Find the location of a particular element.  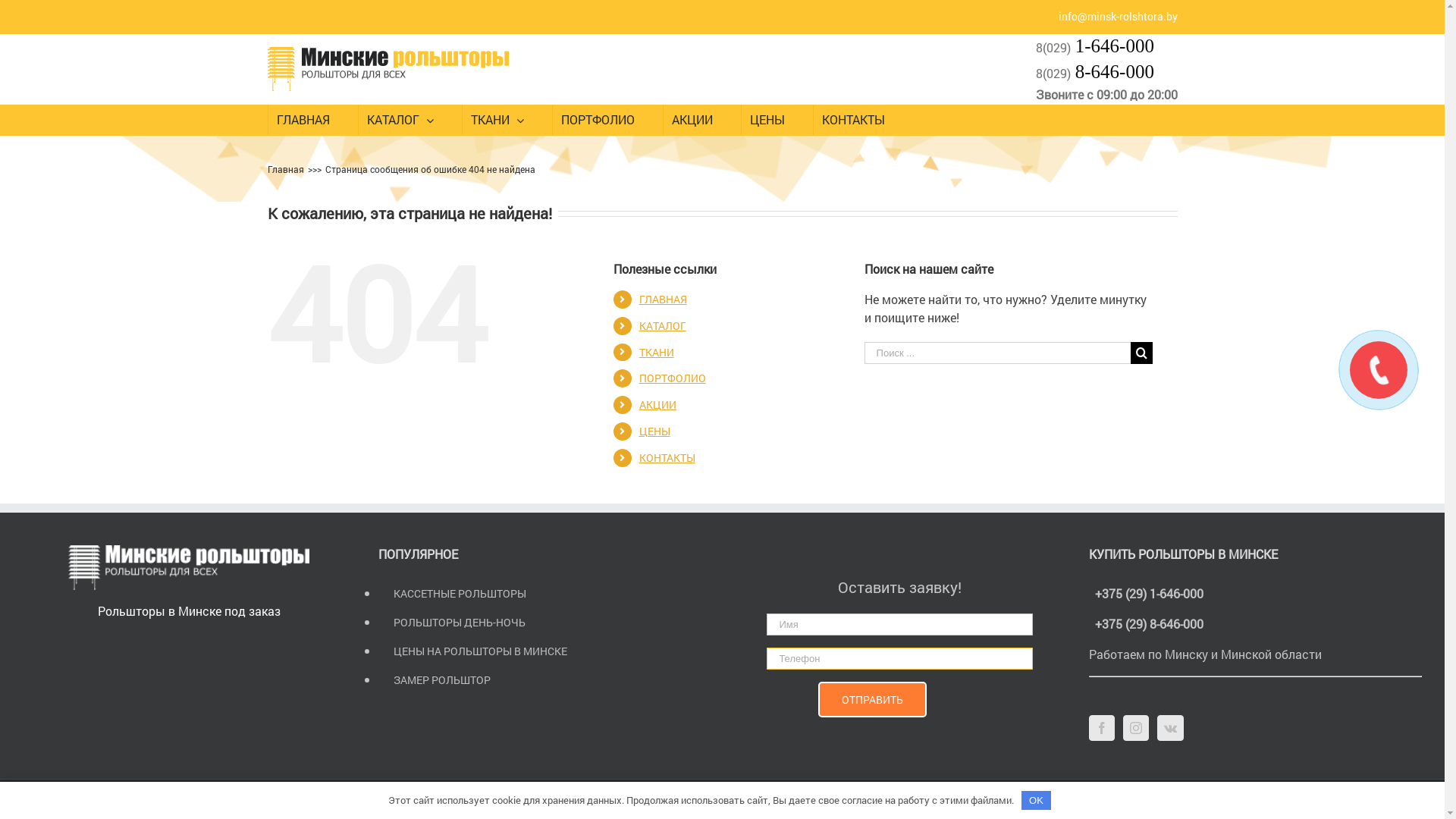

'info@minsk-rolshtora.by' is located at coordinates (1118, 16).